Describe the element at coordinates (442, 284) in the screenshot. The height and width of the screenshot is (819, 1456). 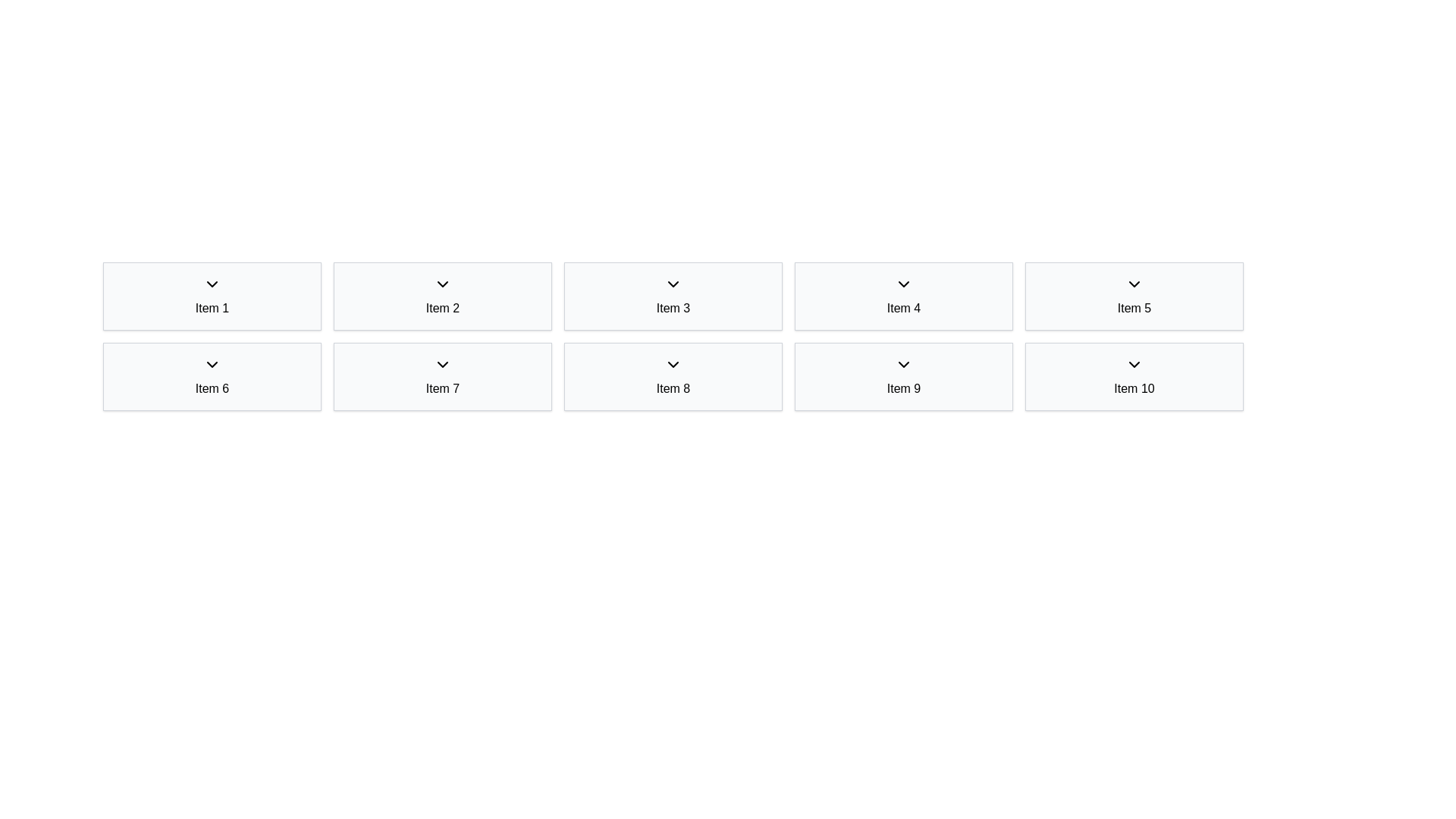
I see `keyboard navigation` at that location.